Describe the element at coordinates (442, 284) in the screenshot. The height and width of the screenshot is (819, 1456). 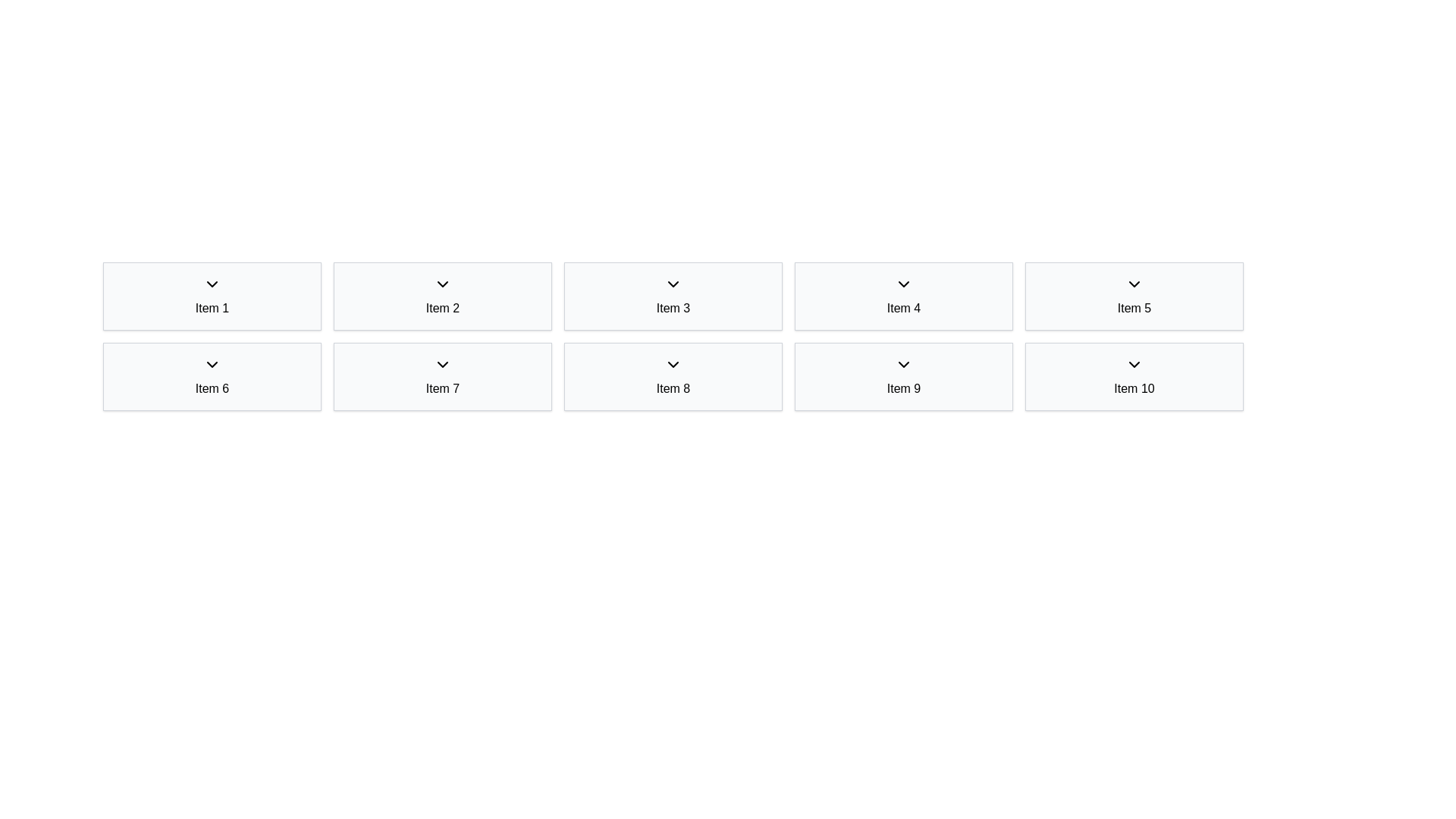
I see `keyboard navigation` at that location.